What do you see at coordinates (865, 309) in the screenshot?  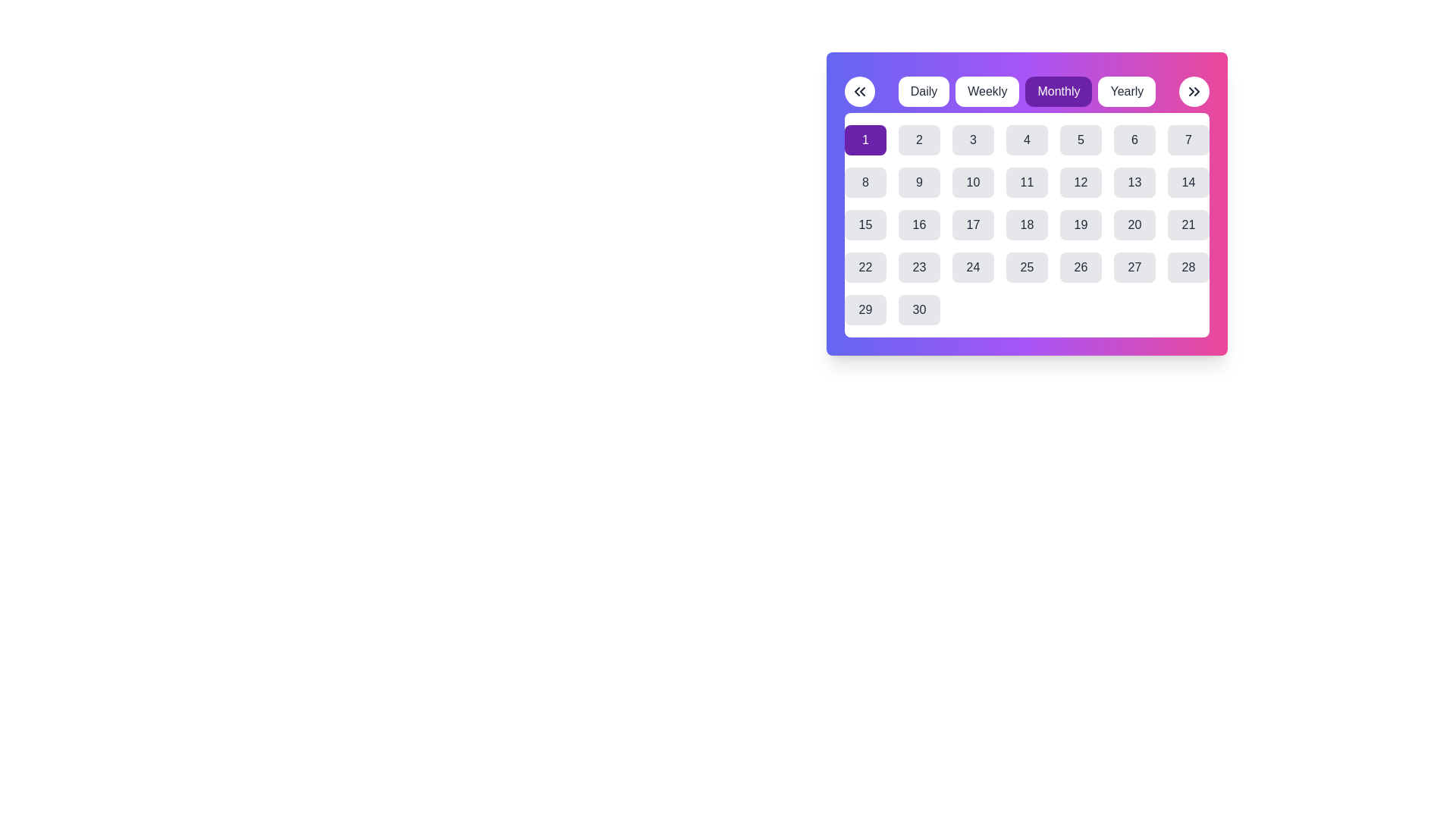 I see `the button representing the date 29th` at bounding box center [865, 309].